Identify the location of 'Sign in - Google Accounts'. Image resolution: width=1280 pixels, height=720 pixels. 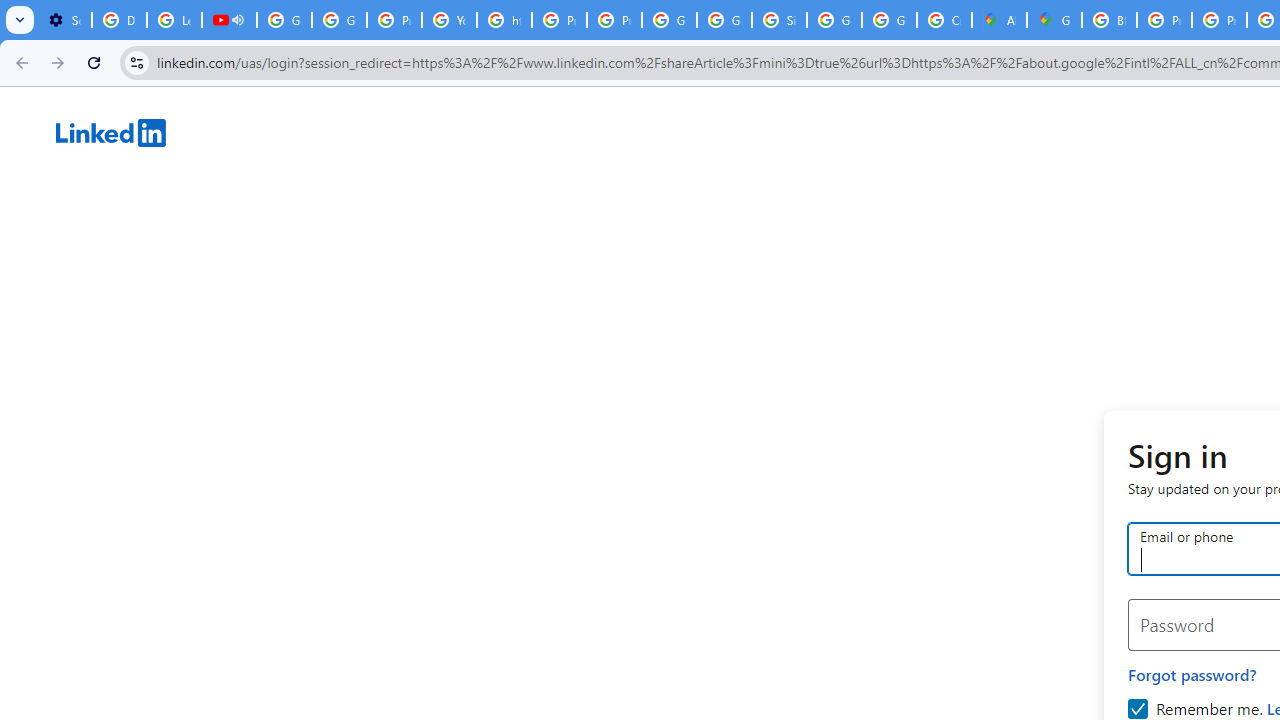
(778, 20).